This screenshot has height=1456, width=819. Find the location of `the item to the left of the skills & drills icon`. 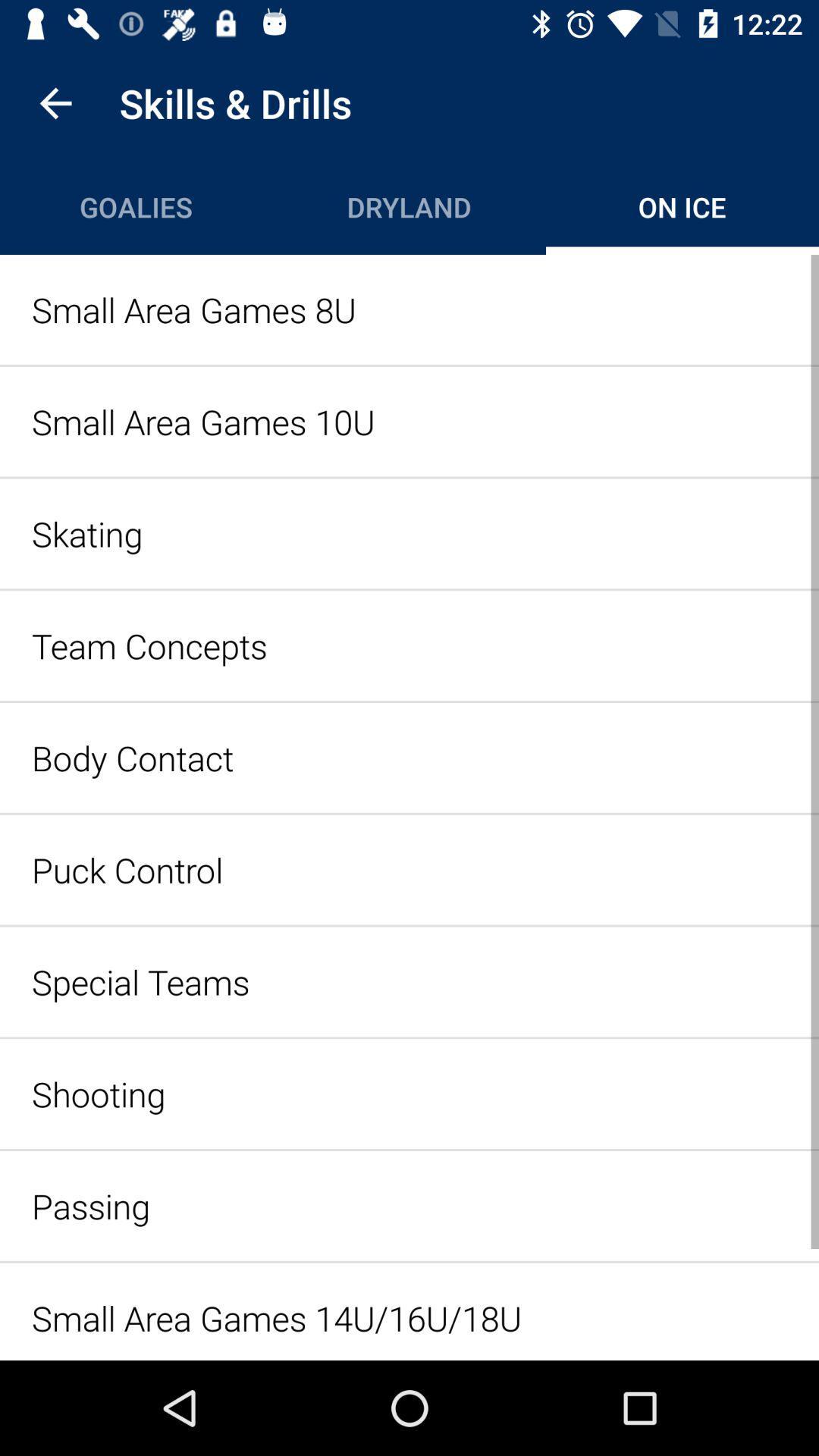

the item to the left of the skills & drills icon is located at coordinates (55, 102).